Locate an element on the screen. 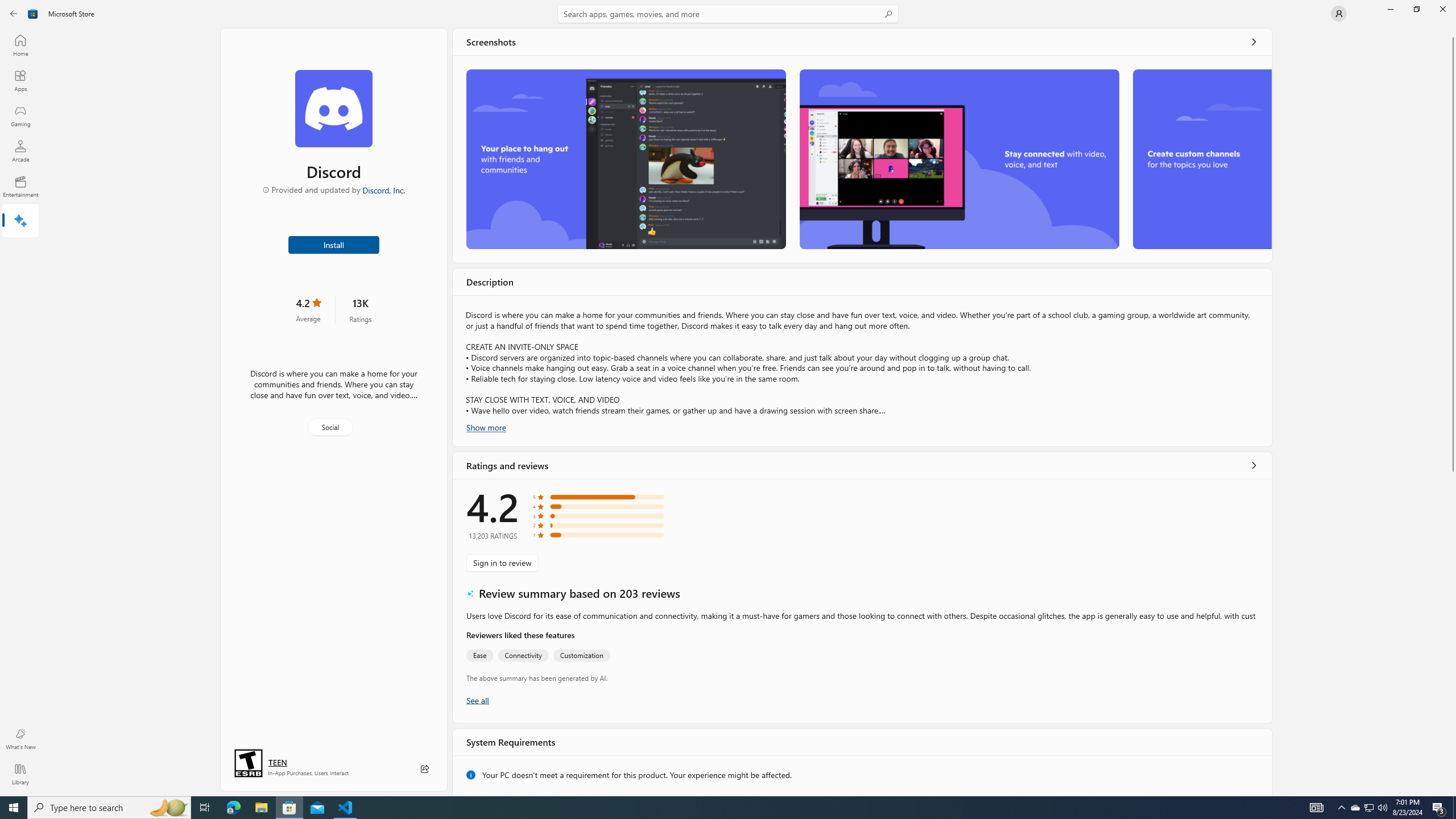 This screenshot has width=1456, height=819. 'Gaming' is located at coordinates (19, 115).